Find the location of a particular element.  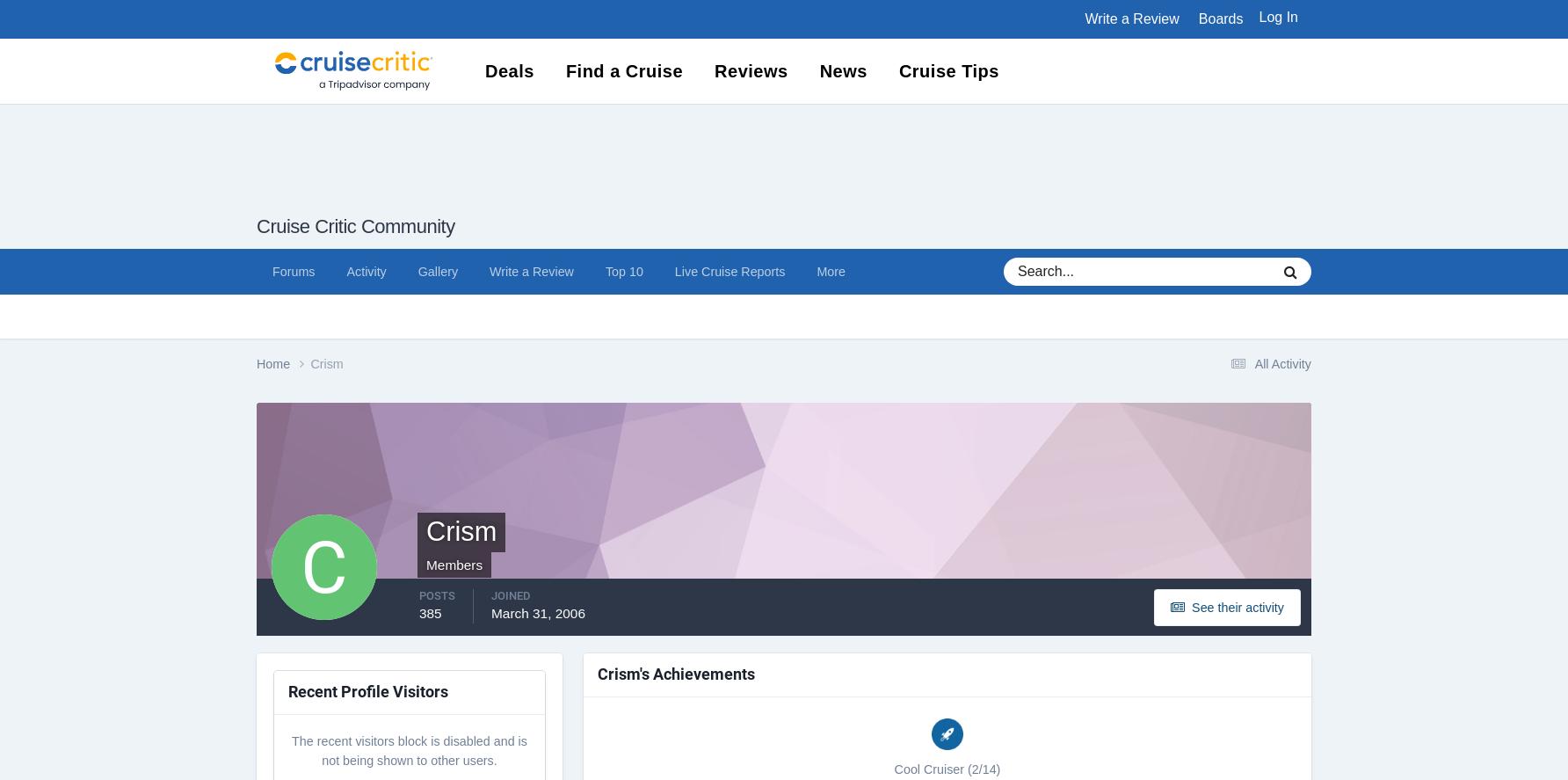

'Reviews' is located at coordinates (750, 69).